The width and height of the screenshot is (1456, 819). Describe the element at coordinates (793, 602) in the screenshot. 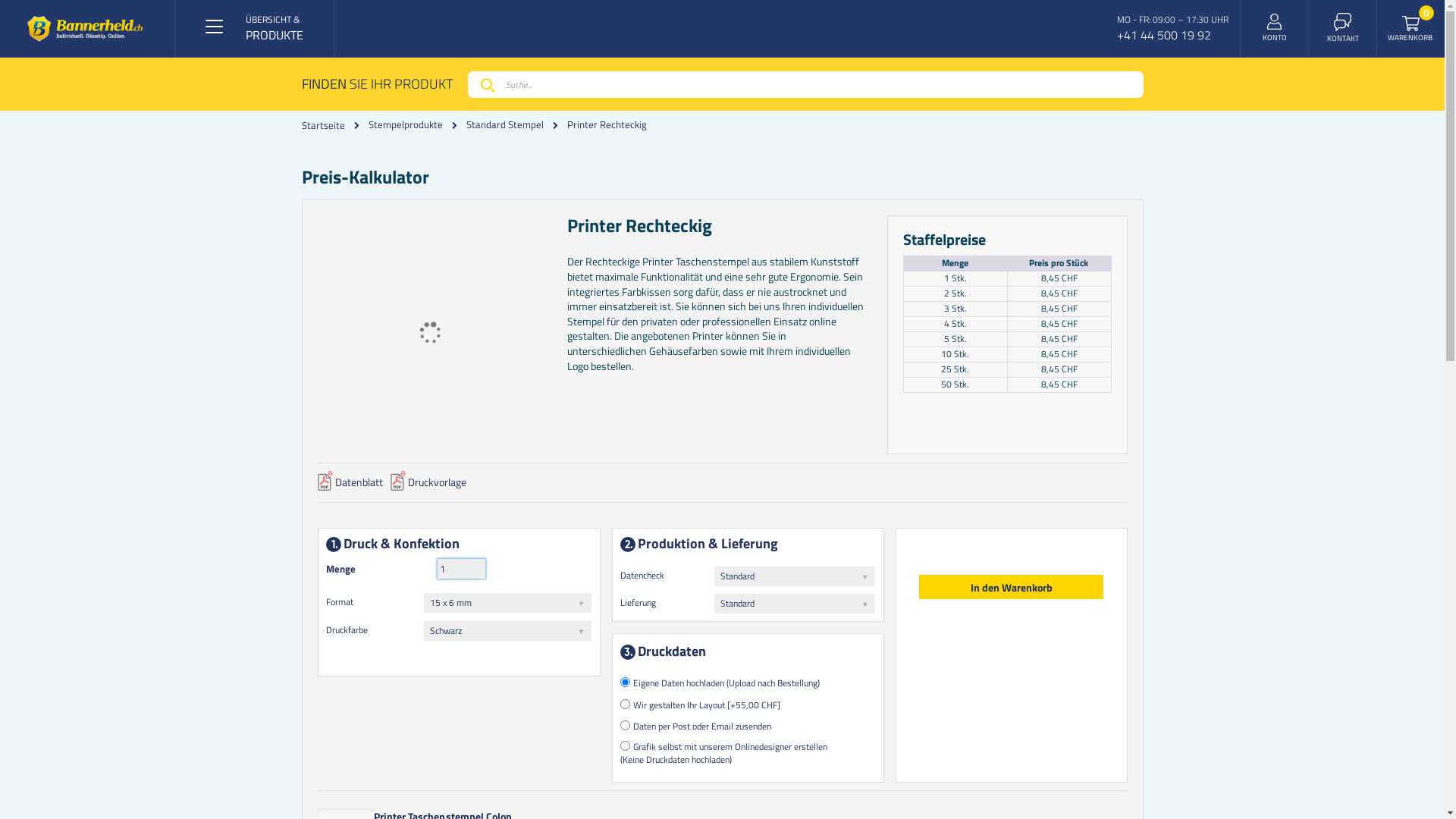

I see `'Standard'` at that location.